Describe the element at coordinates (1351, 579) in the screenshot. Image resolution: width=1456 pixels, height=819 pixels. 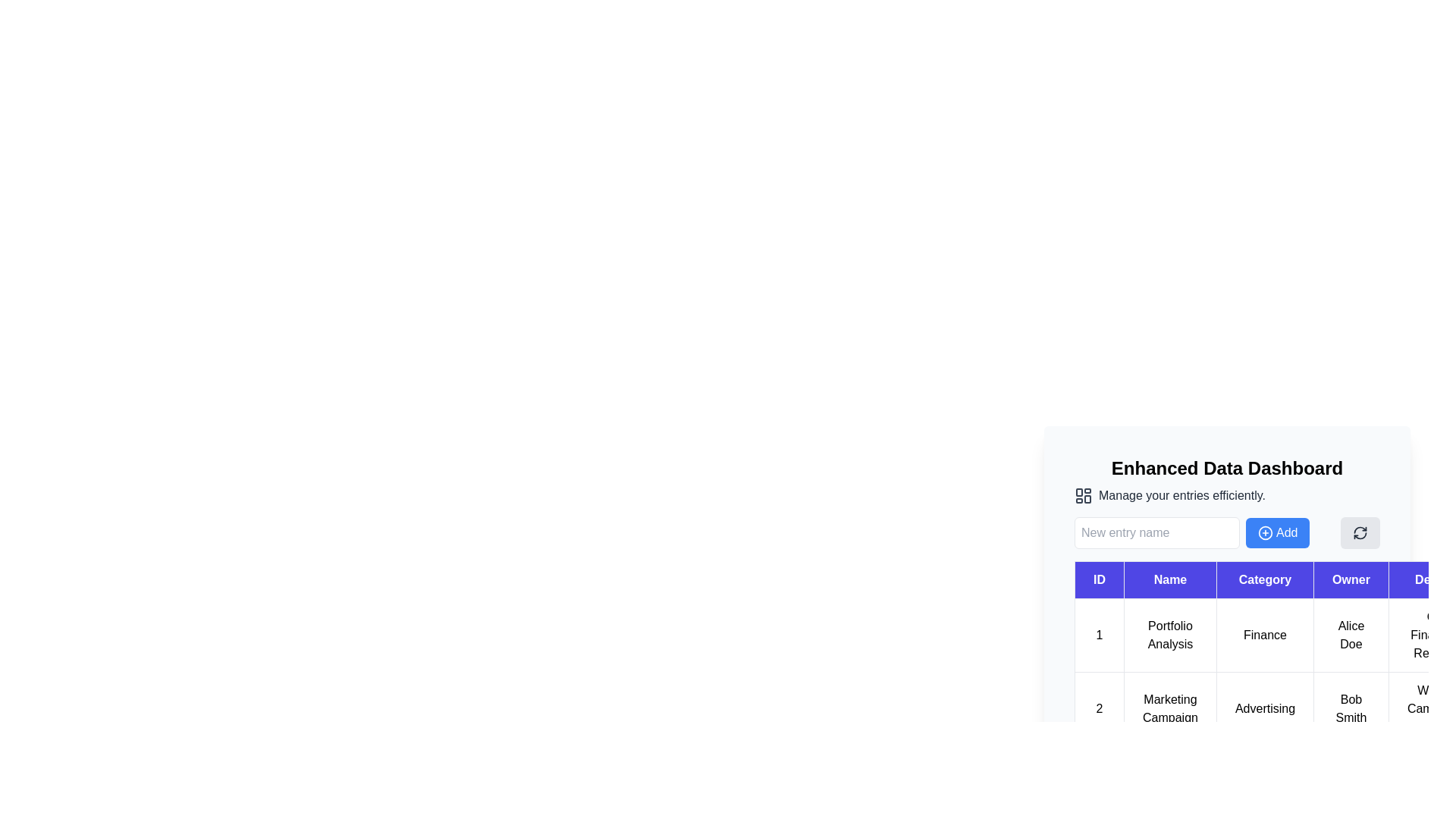
I see `the fourth table header cell labeled 'Owner', which is positioned between 'Category'` at that location.